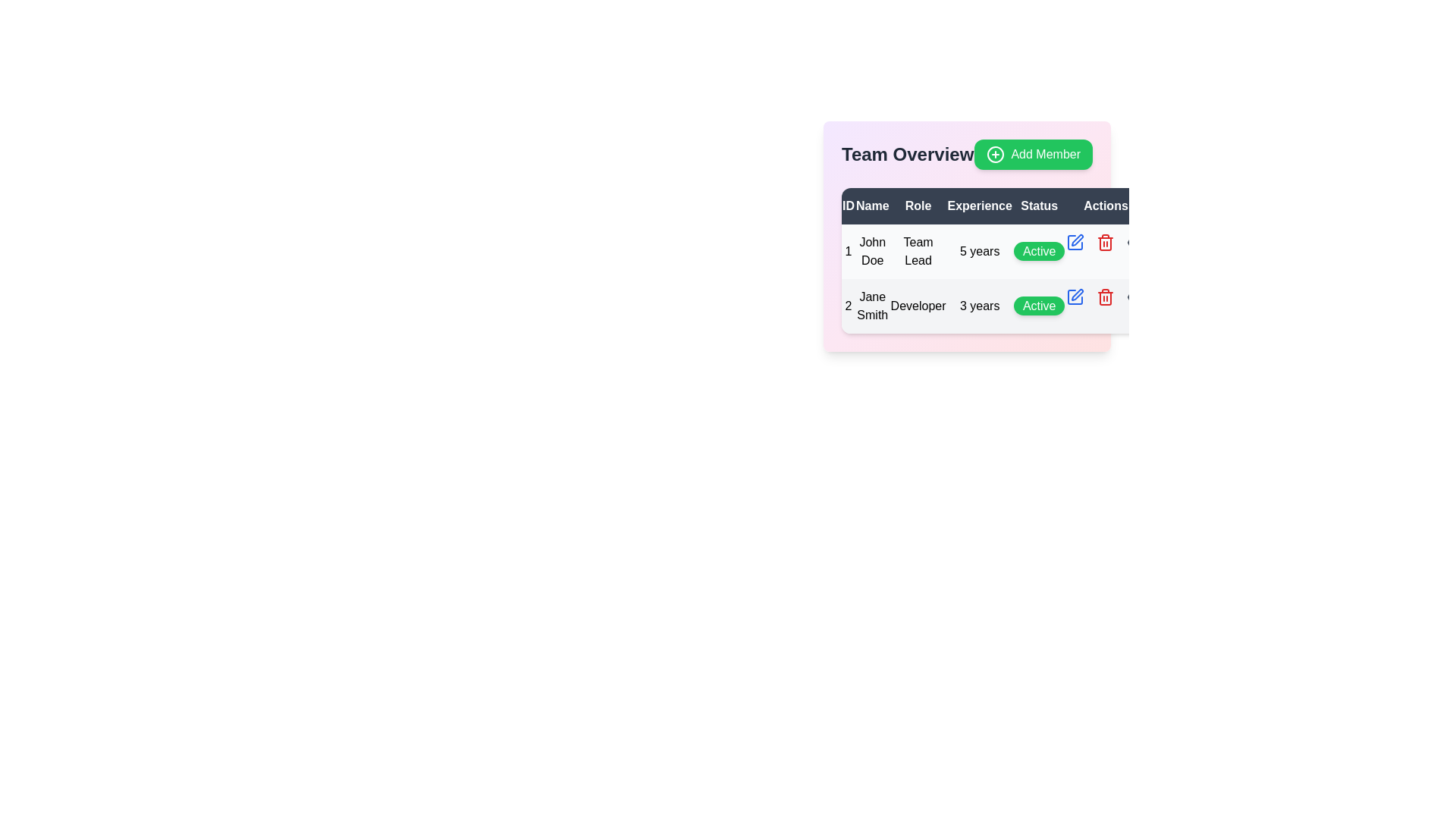 This screenshot has height=819, width=1456. What do you see at coordinates (847, 206) in the screenshot?
I see `the 'ID' header label, which is the first column header in the table with a dark background and white font` at bounding box center [847, 206].